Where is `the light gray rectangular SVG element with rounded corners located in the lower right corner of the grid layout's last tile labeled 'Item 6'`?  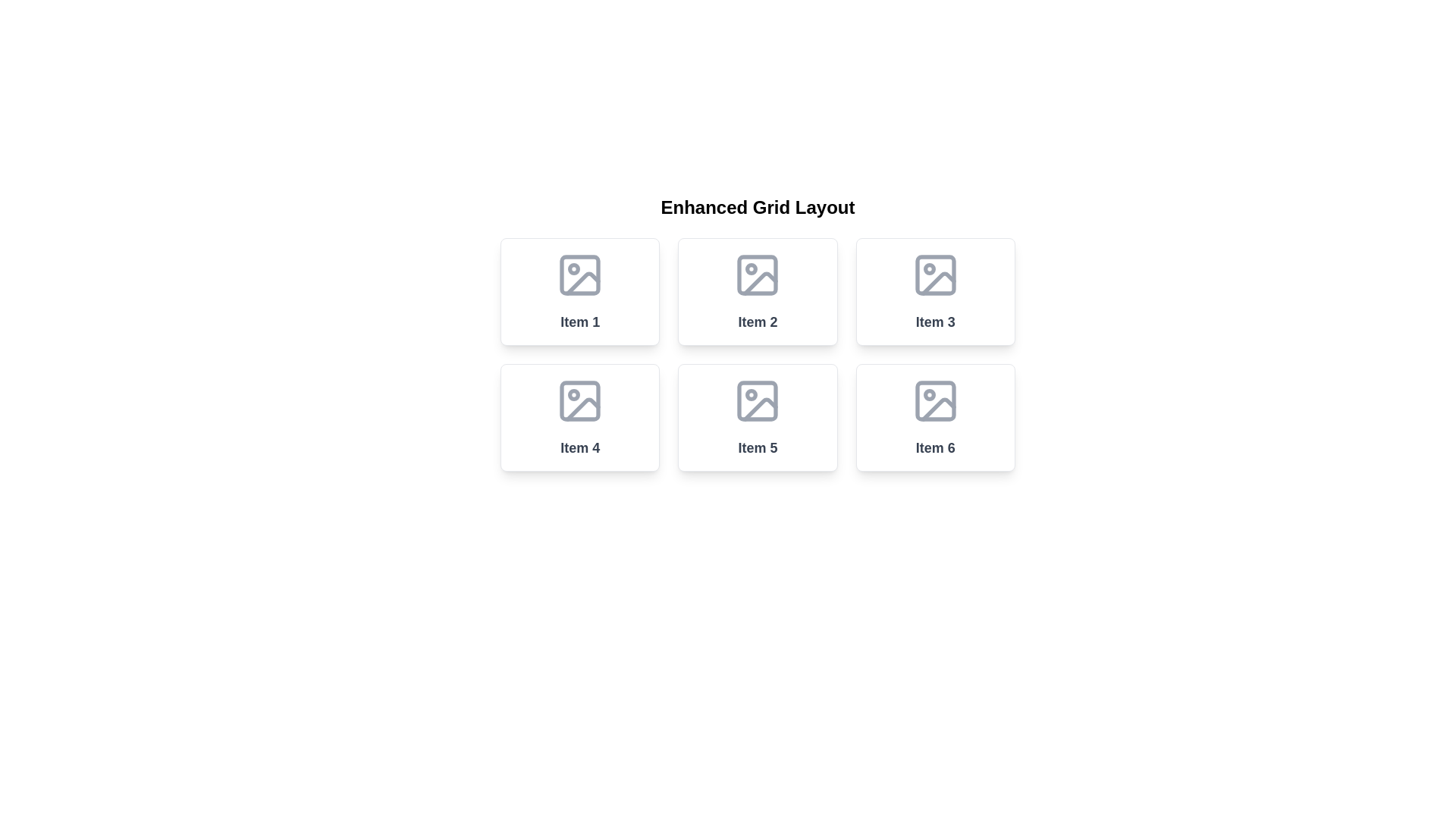 the light gray rectangular SVG element with rounded corners located in the lower right corner of the grid layout's last tile labeled 'Item 6' is located at coordinates (934, 400).